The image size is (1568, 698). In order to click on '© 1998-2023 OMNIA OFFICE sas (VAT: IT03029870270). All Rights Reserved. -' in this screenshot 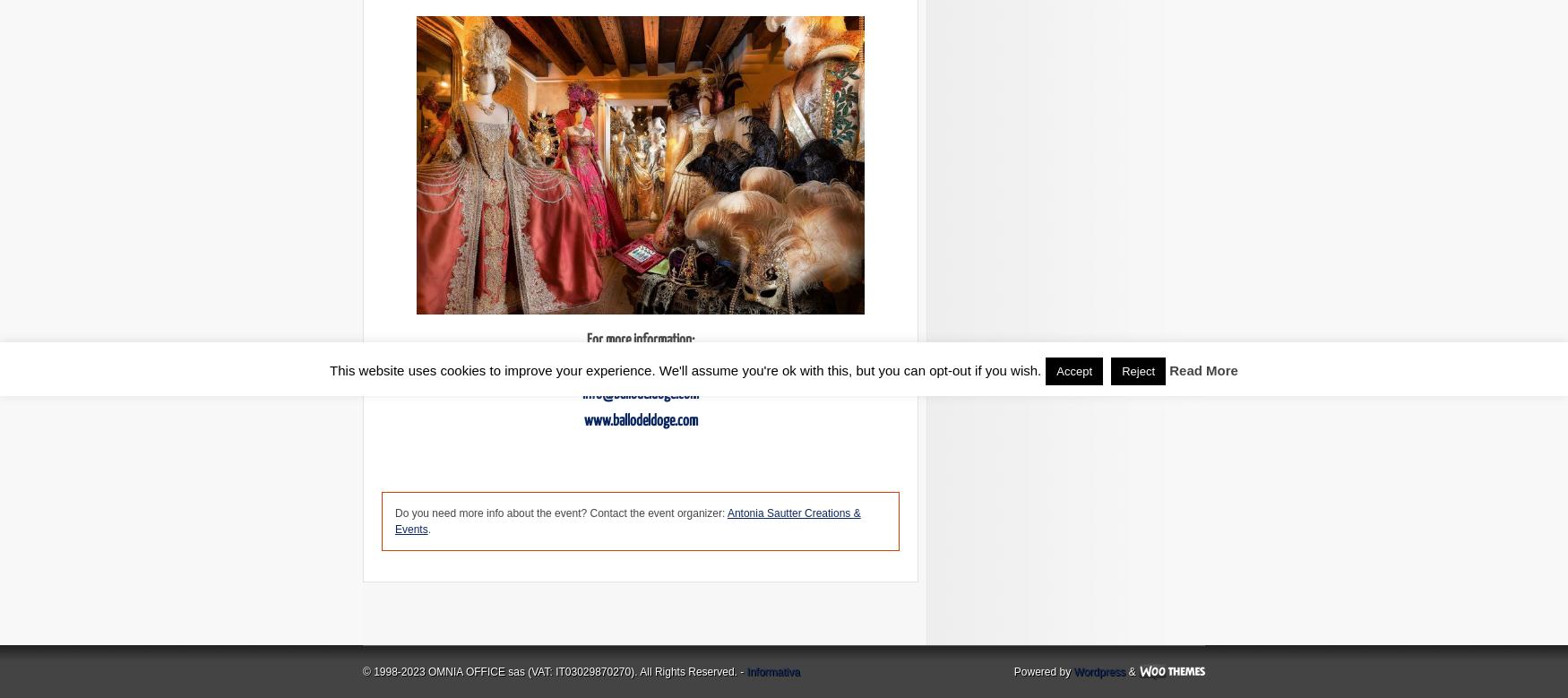, I will do `click(361, 671)`.